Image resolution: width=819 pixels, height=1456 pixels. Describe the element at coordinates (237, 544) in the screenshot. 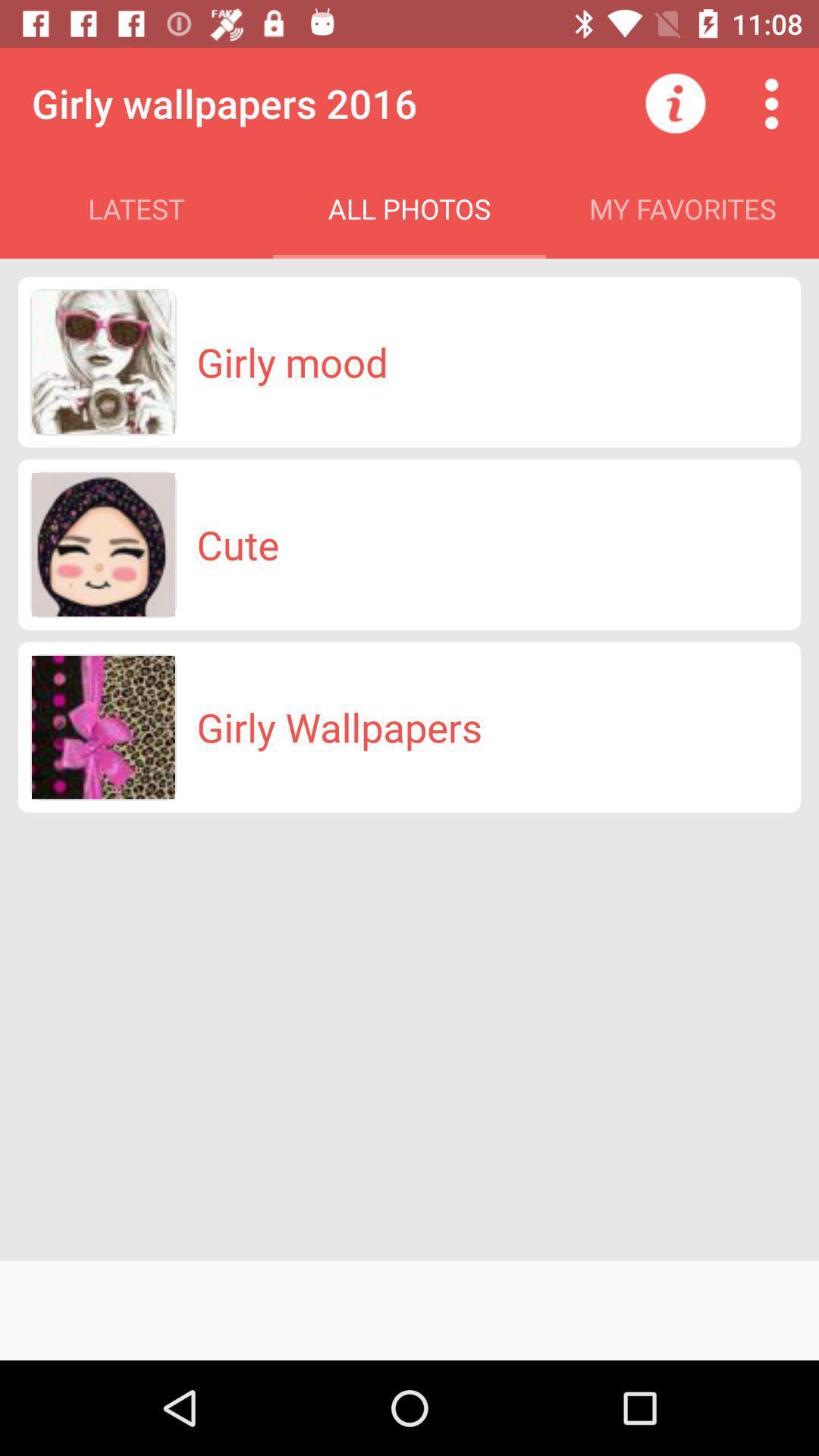

I see `cute` at that location.